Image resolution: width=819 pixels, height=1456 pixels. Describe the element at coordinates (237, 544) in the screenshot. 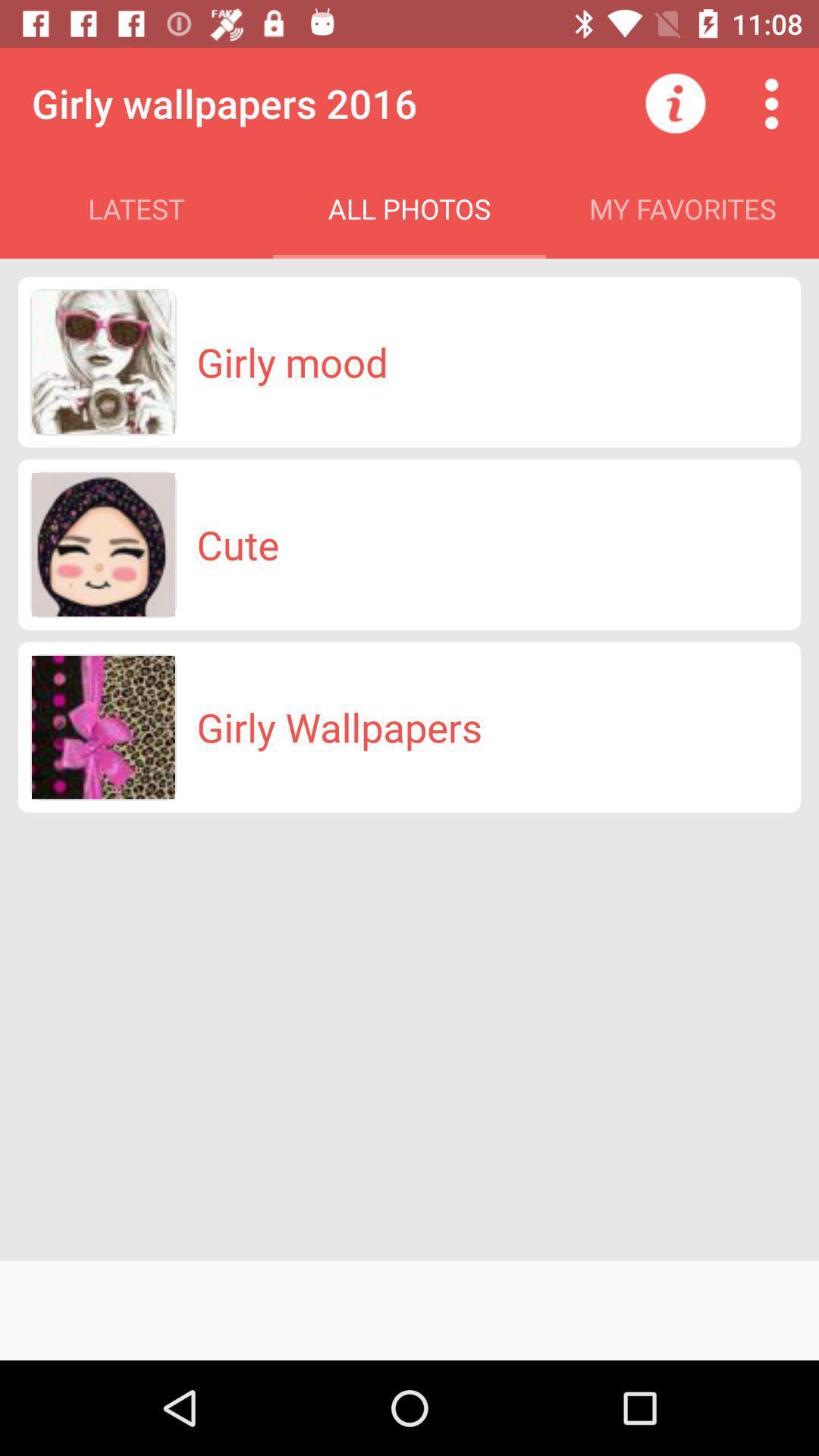

I see `cute` at that location.